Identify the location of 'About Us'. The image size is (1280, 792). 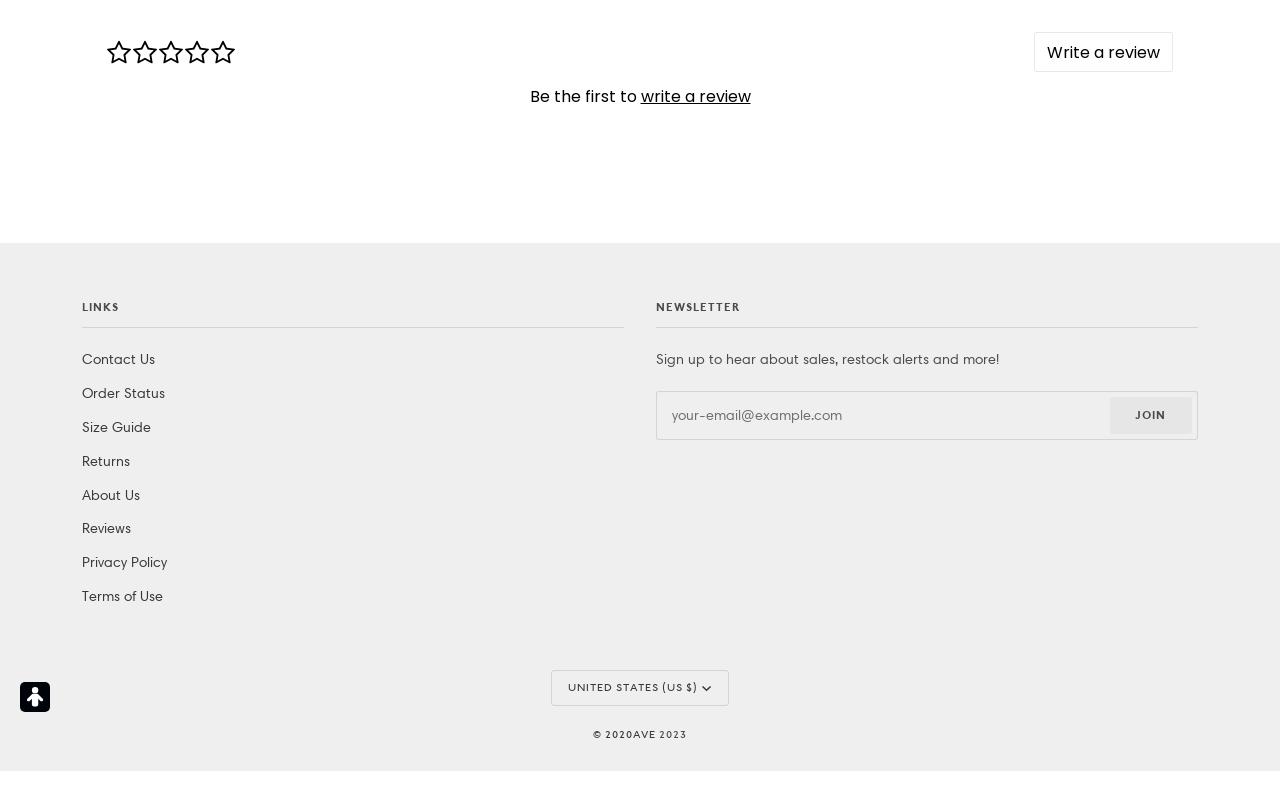
(109, 117).